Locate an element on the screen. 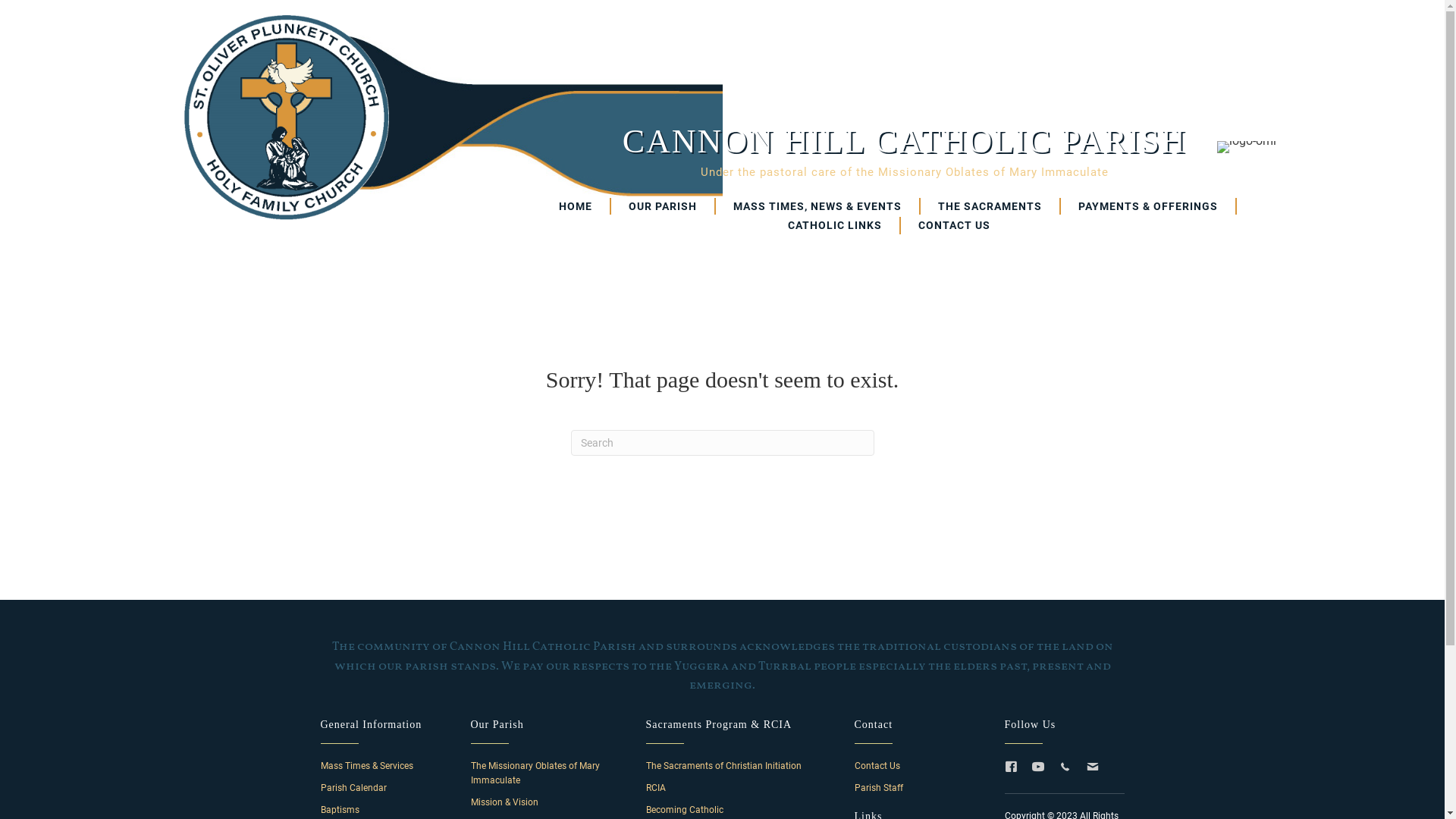 This screenshot has width=1456, height=819. 'CONTACT US' is located at coordinates (953, 225).